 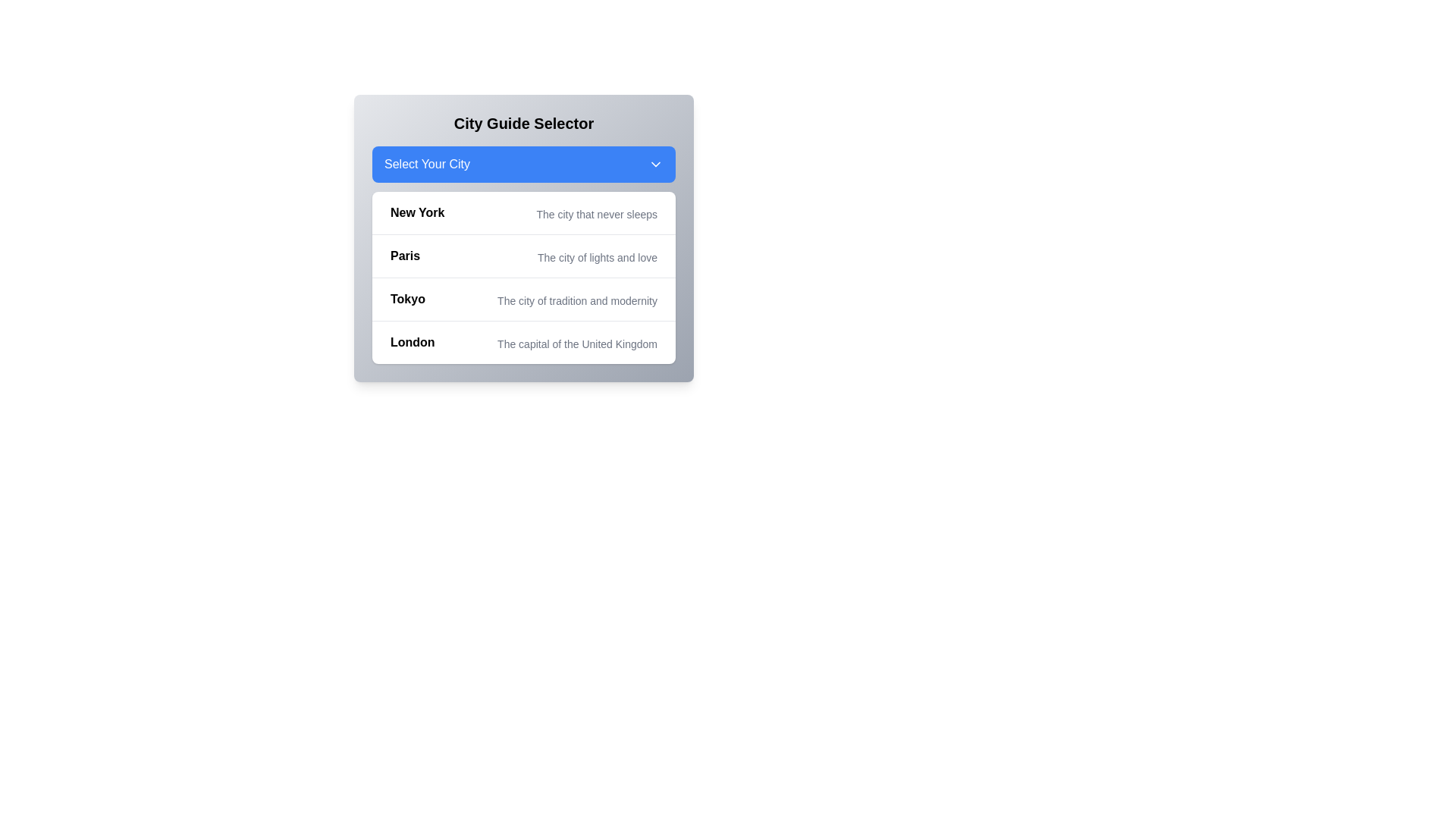 I want to click on the 'Select Your City' text label which is displayed in white font on a blue background within a dropdown selector, so click(x=426, y=164).